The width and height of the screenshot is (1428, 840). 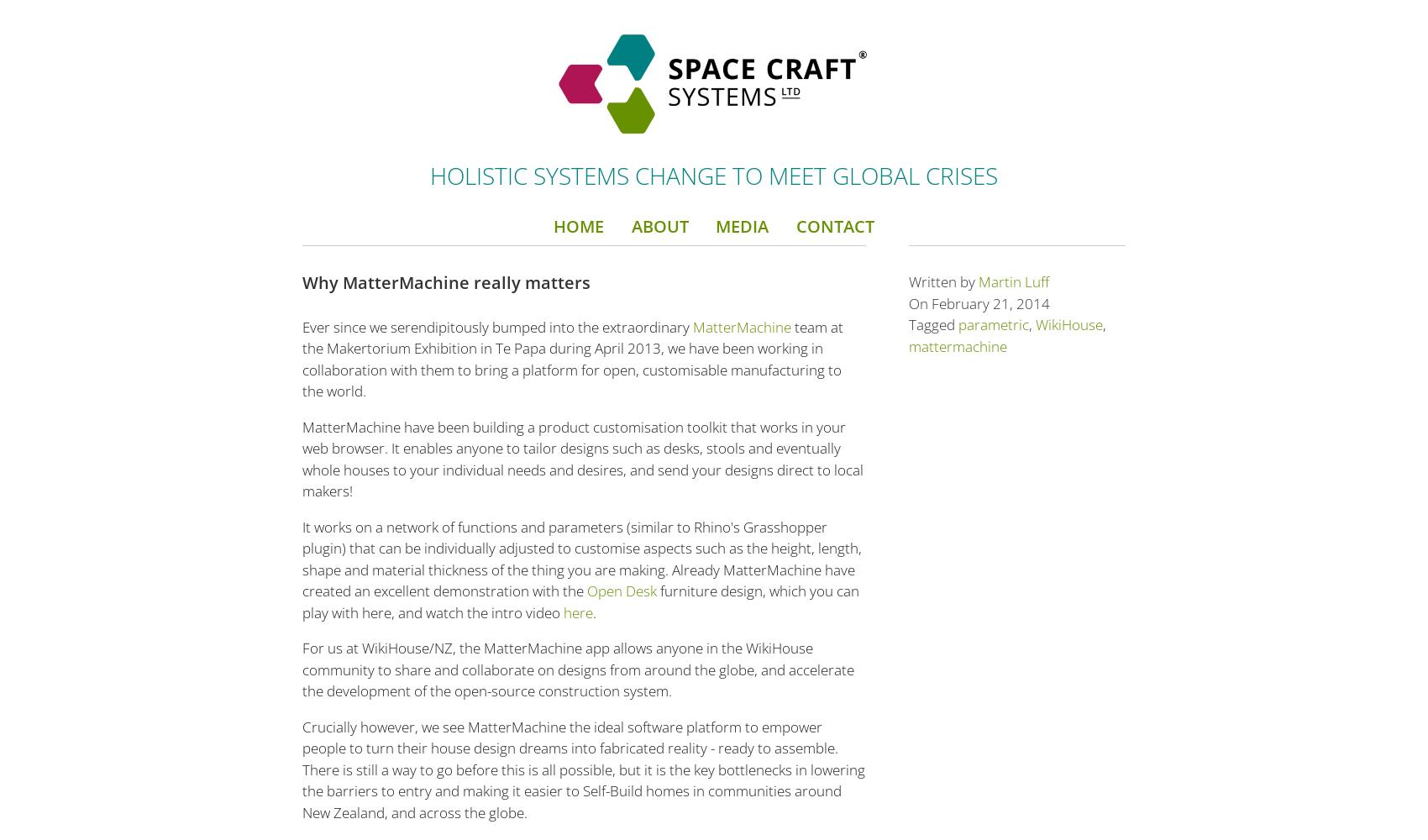 I want to click on 'MEDIA', so click(x=742, y=226).